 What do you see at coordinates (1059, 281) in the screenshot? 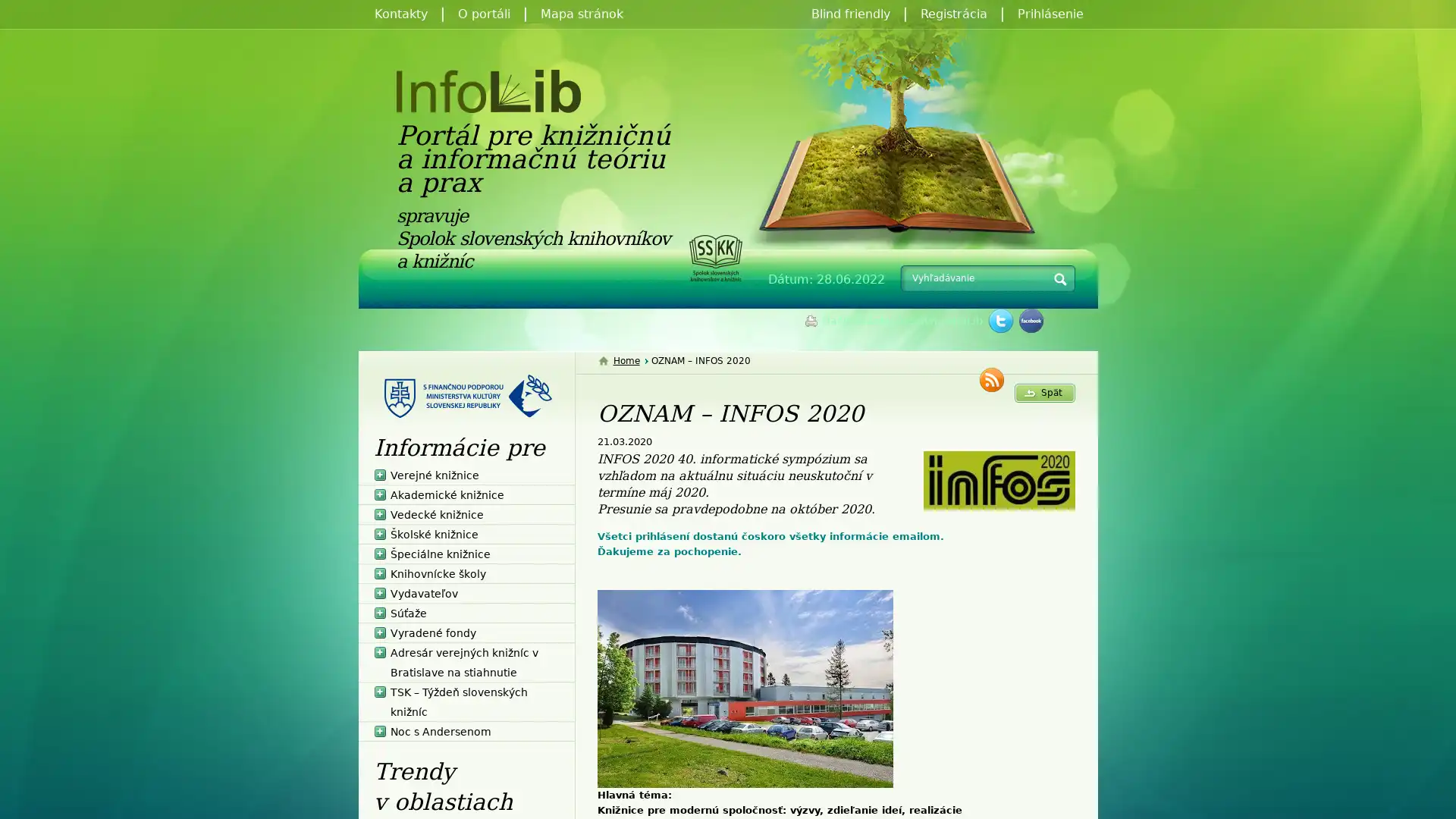
I see `Hladat` at bounding box center [1059, 281].